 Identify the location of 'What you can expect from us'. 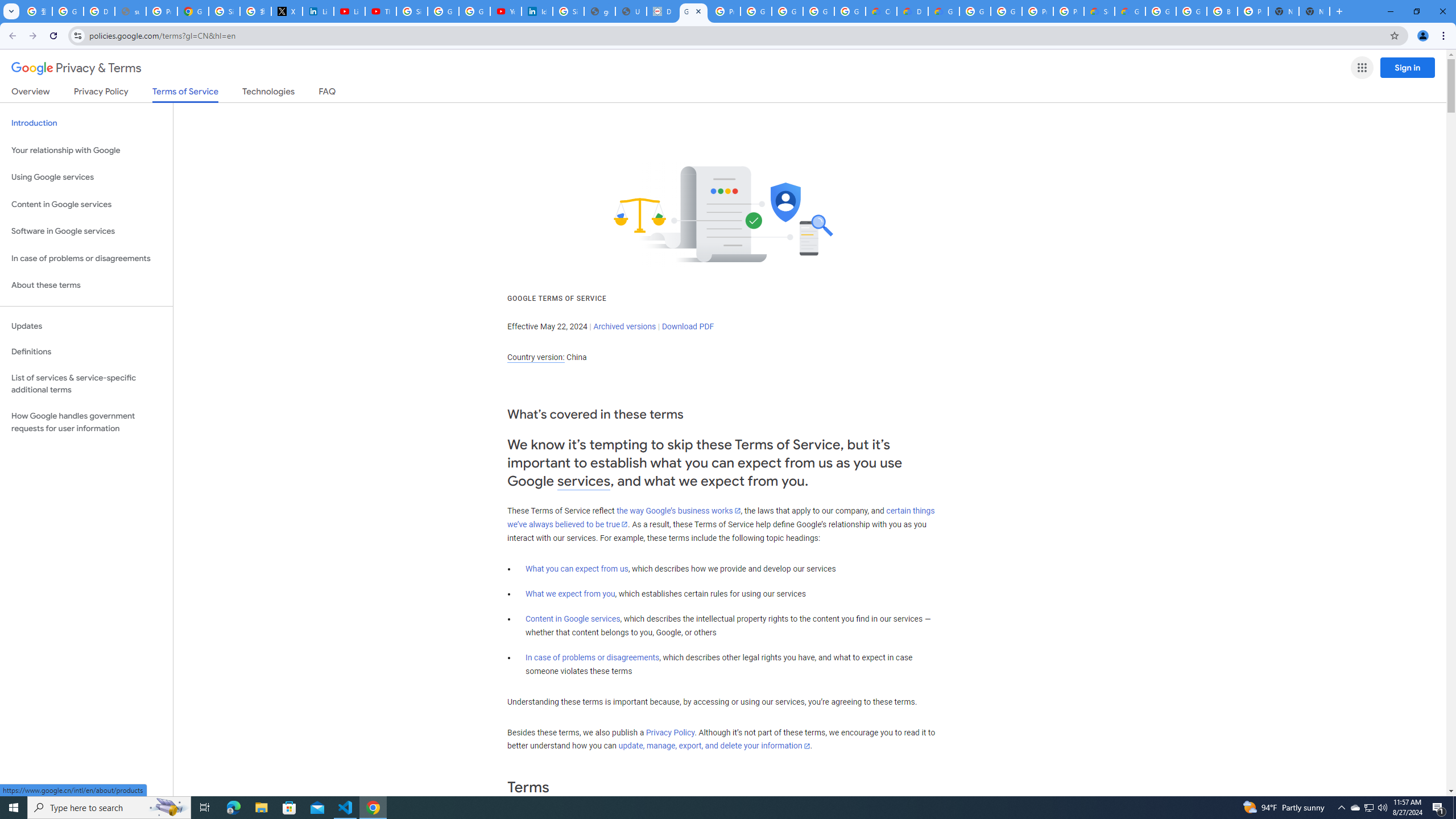
(577, 568).